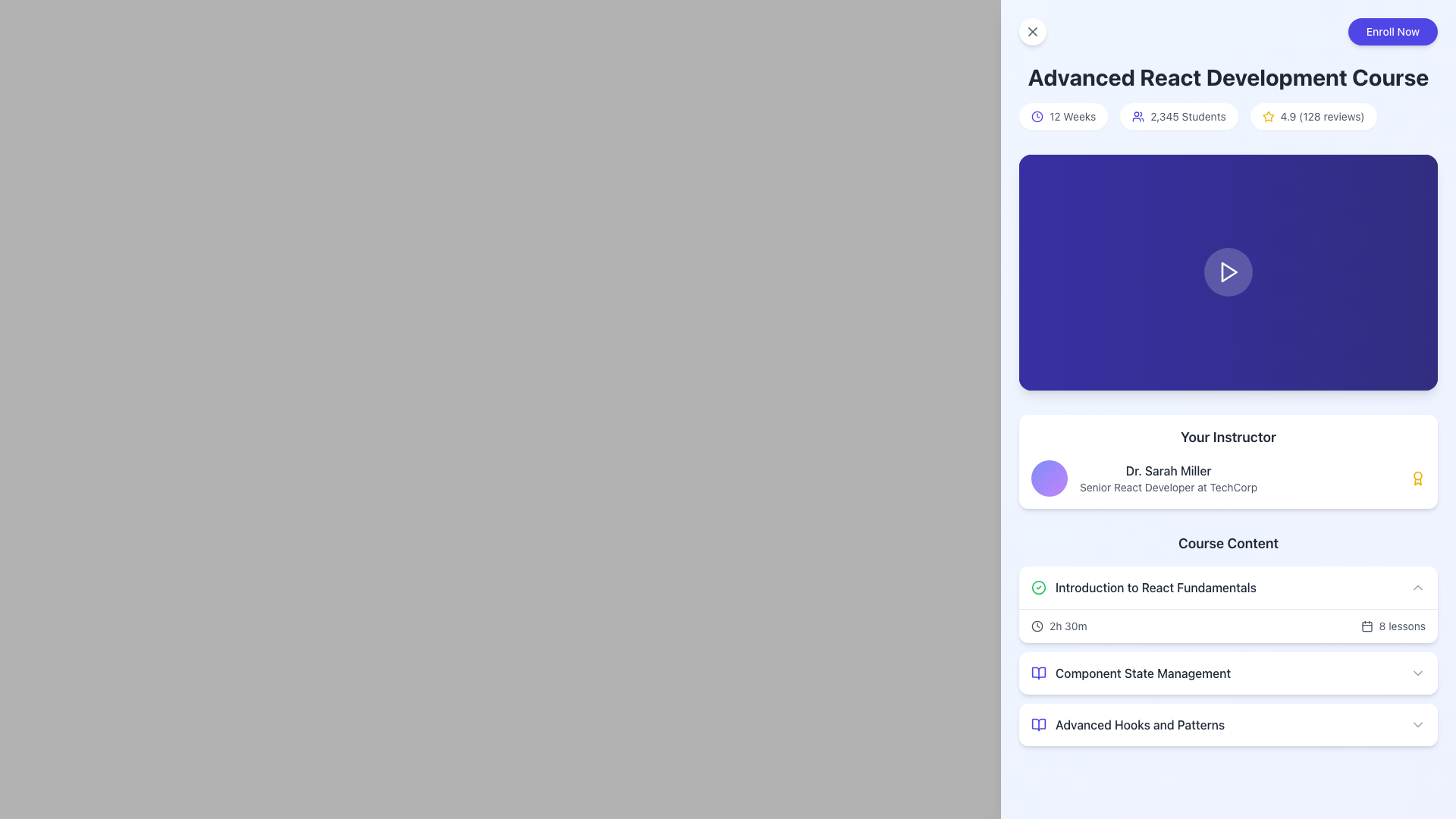  What do you see at coordinates (1168, 469) in the screenshot?
I see `the text label displaying 'Dr. Sarah Miller', which is part of the instructor's profile section in a light-colored card, located near the center-right of the card, above the subtitle 'Senior React Developer at TechCorp'` at bounding box center [1168, 469].